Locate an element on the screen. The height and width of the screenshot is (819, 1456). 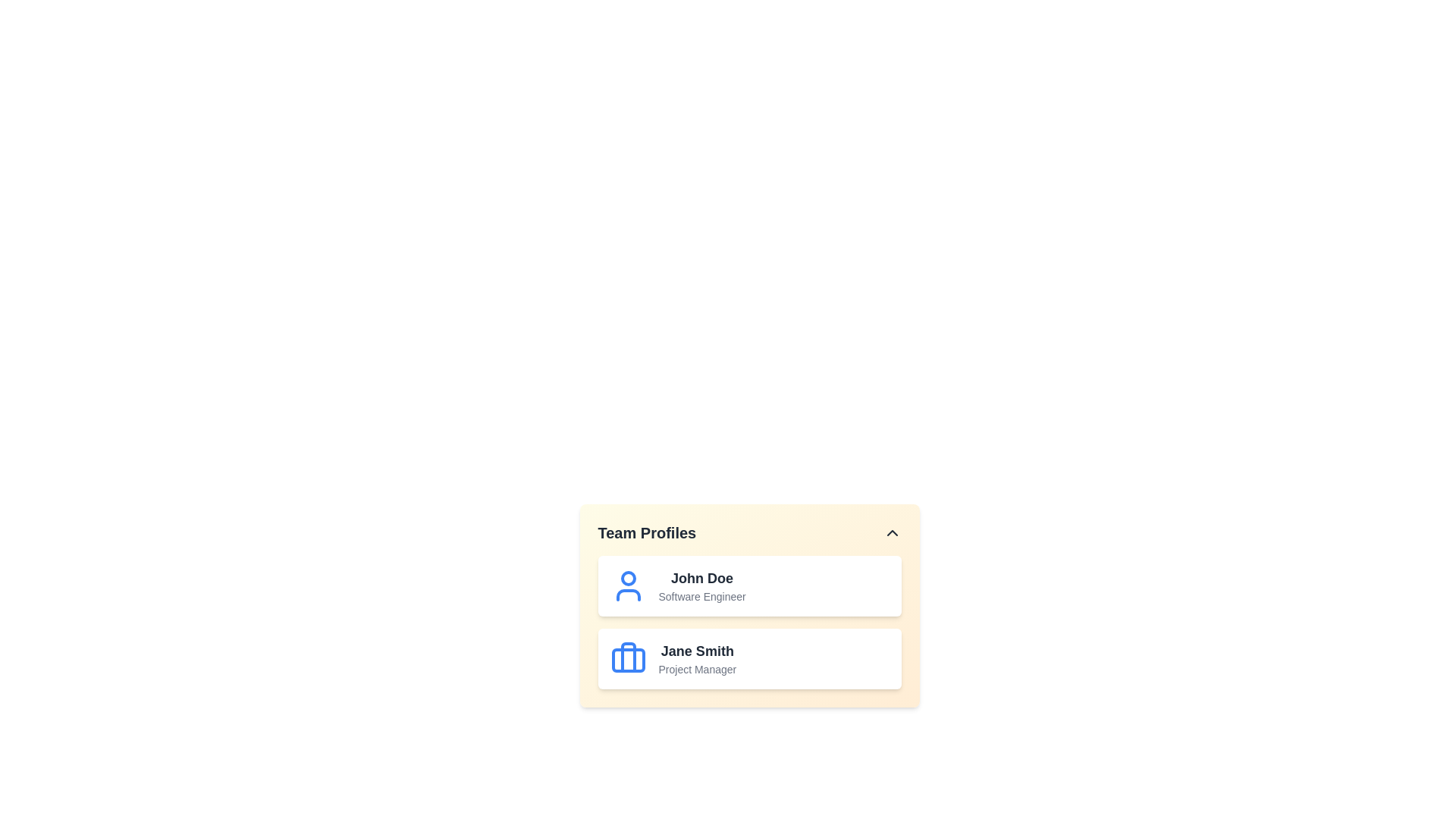
the briefcase icon associated with 'Jane Smith', the Project Manager, in the second profile block is located at coordinates (628, 660).